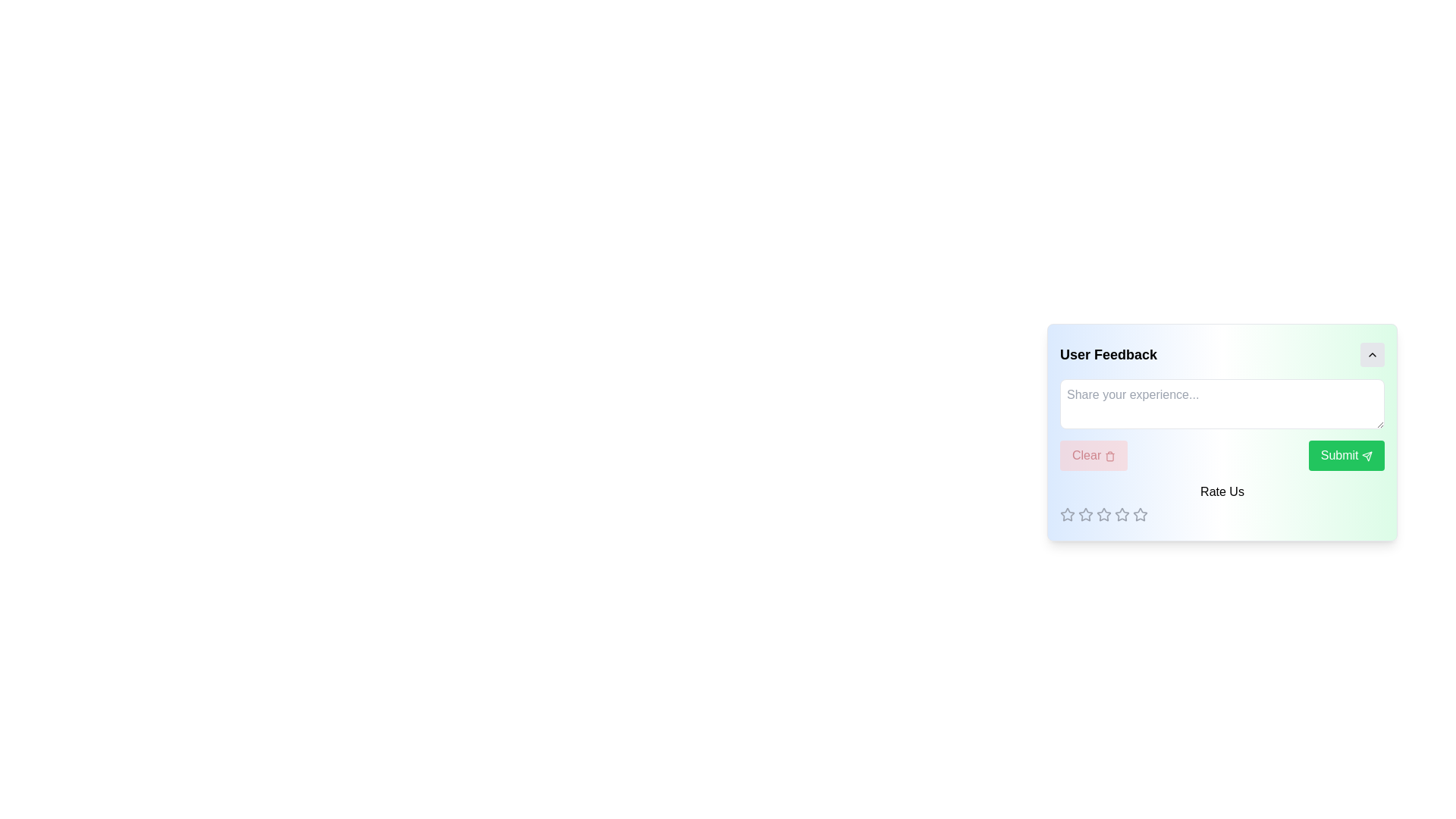  I want to click on the toggle button located at the top-right corner of the 'User Feedback' section, so click(1372, 354).